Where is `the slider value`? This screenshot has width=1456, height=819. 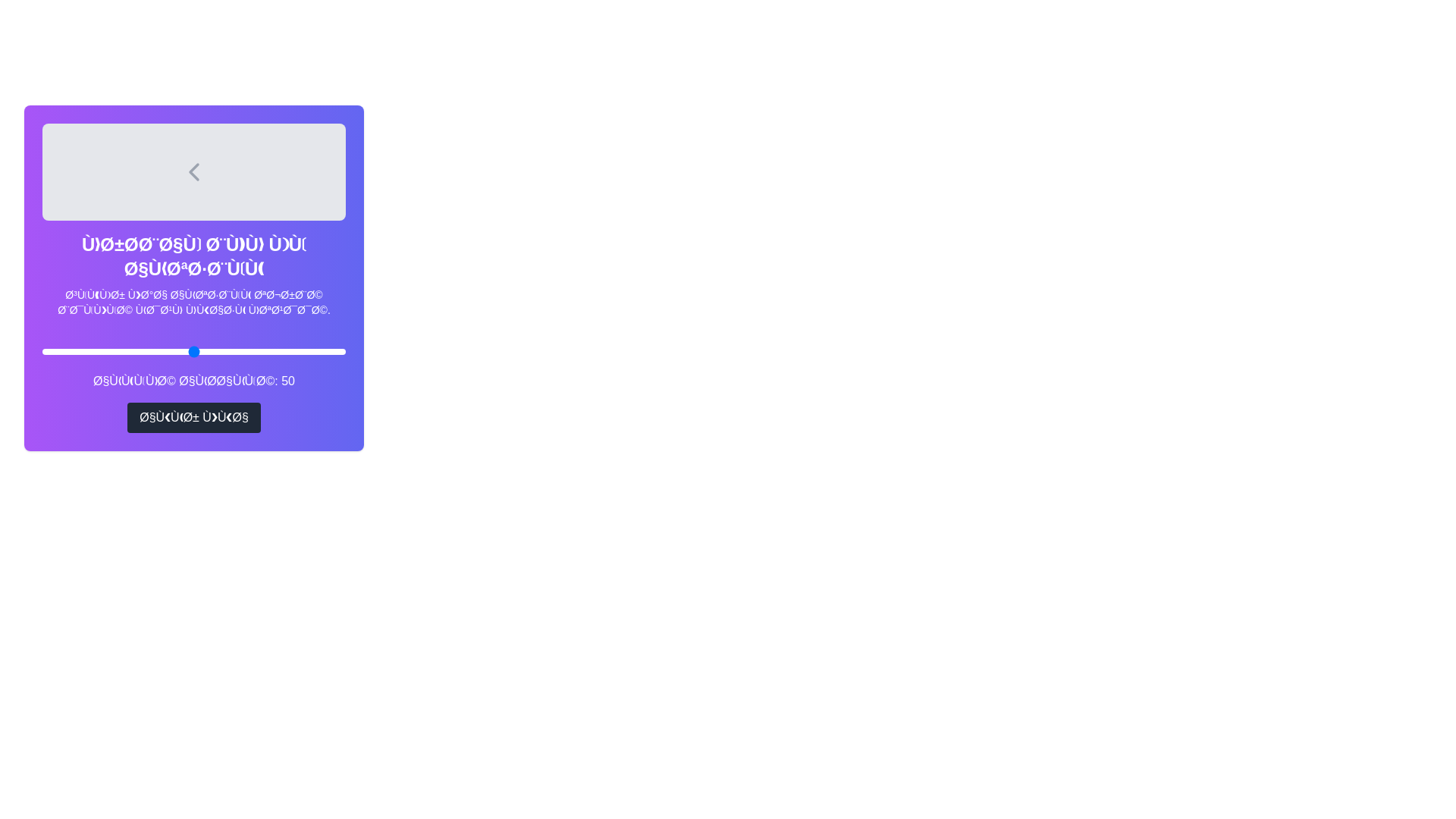
the slider value is located at coordinates (124, 351).